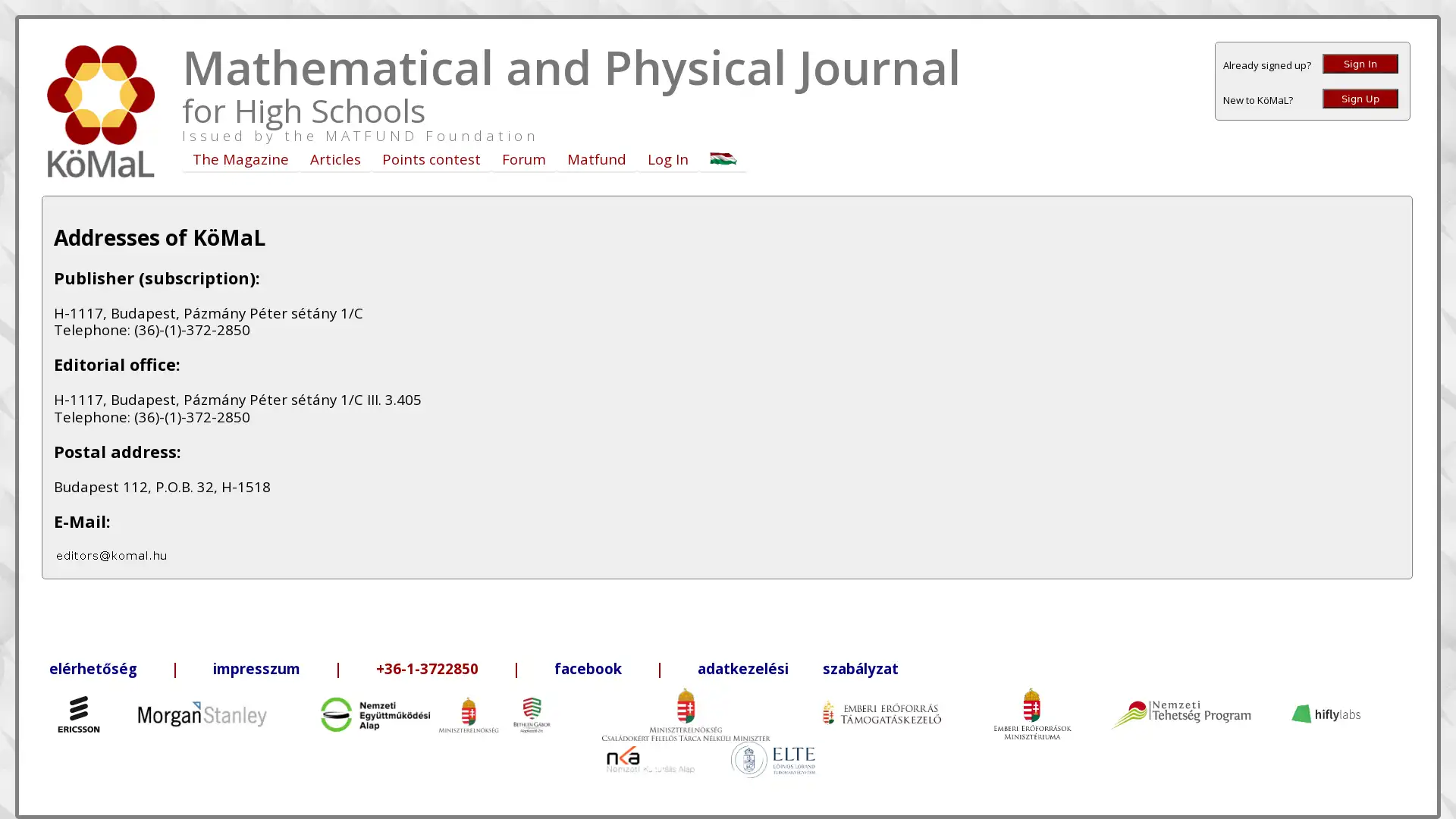 The height and width of the screenshot is (819, 1456). I want to click on Sign Up, so click(1360, 99).